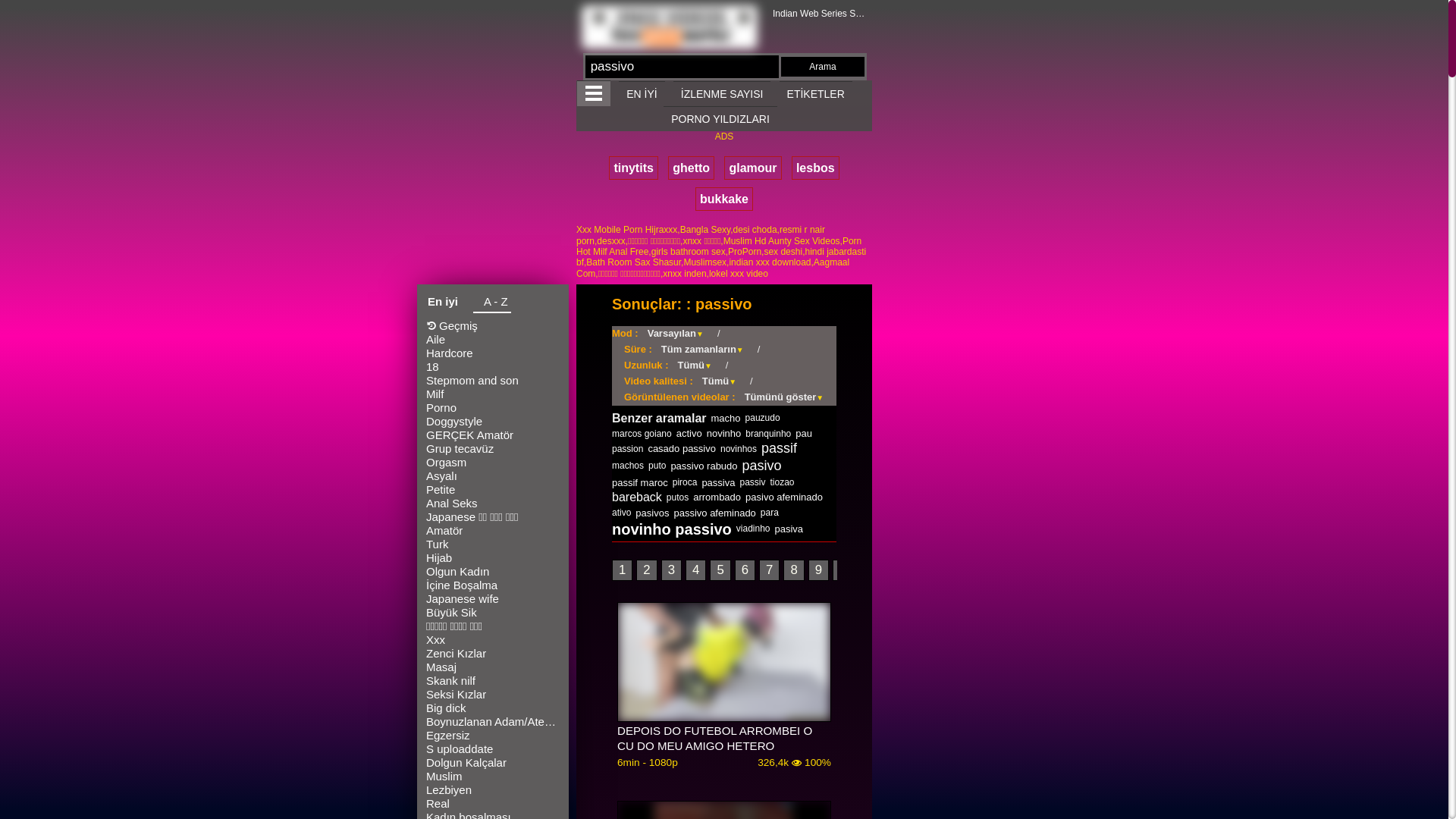 This screenshot has width=1456, height=819. I want to click on 'S uploaddate', so click(492, 748).